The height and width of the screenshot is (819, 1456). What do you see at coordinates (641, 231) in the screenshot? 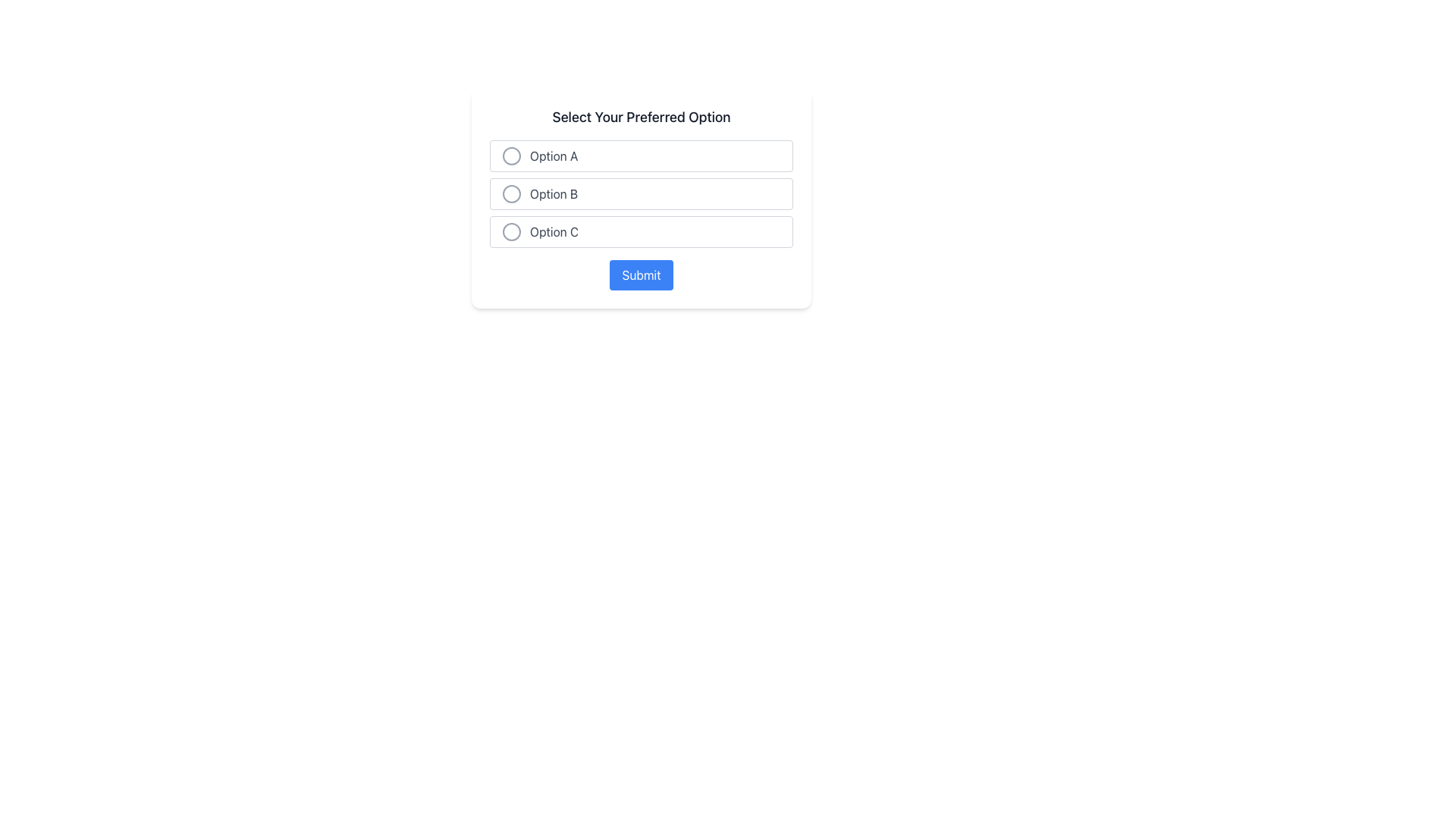
I see `the radio button labeled 'Option C'` at bounding box center [641, 231].